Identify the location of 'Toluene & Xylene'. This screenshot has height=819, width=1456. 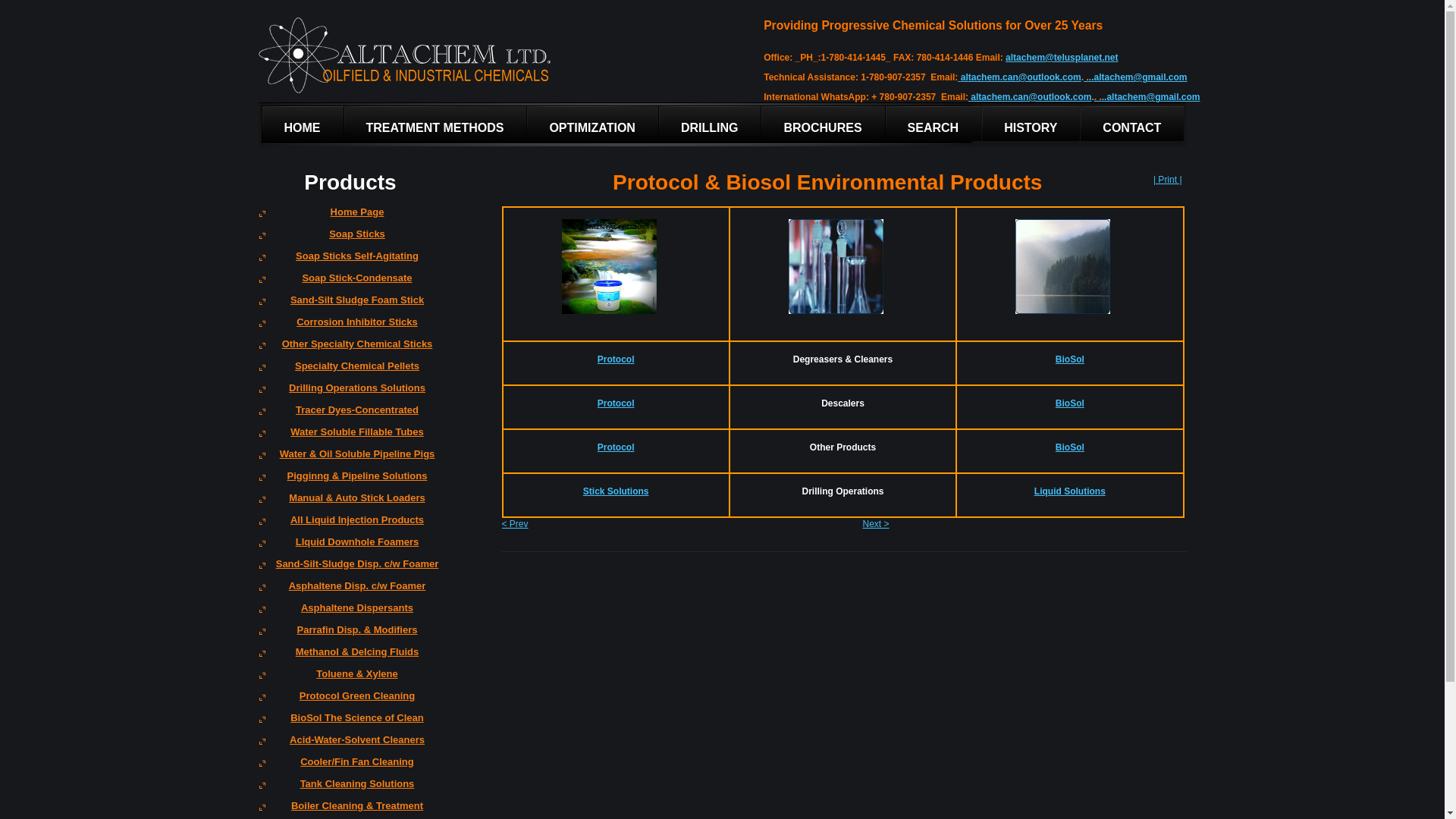
(350, 678).